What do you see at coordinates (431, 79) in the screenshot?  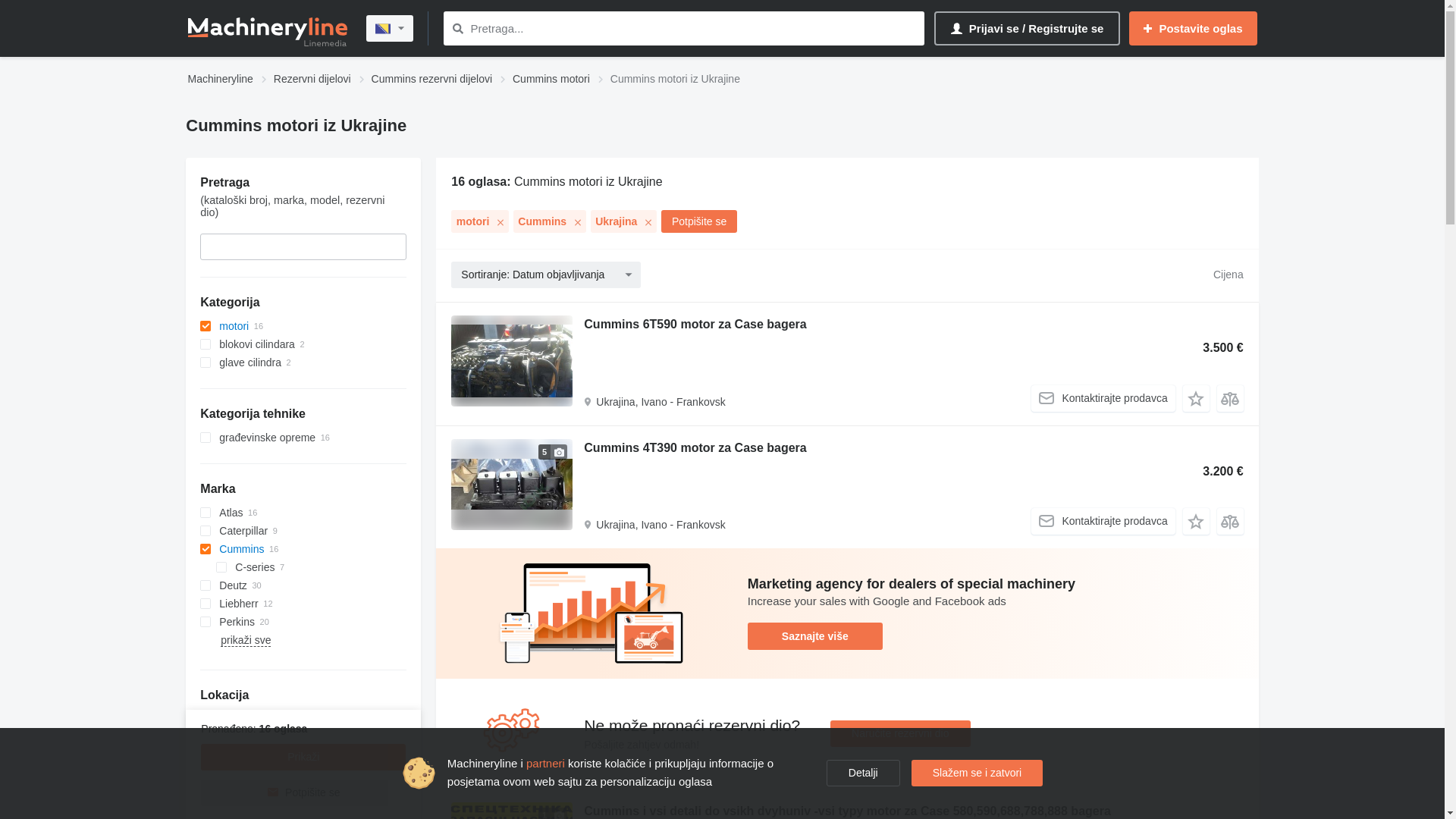 I see `'Cummins rezervni dijelovi'` at bounding box center [431, 79].